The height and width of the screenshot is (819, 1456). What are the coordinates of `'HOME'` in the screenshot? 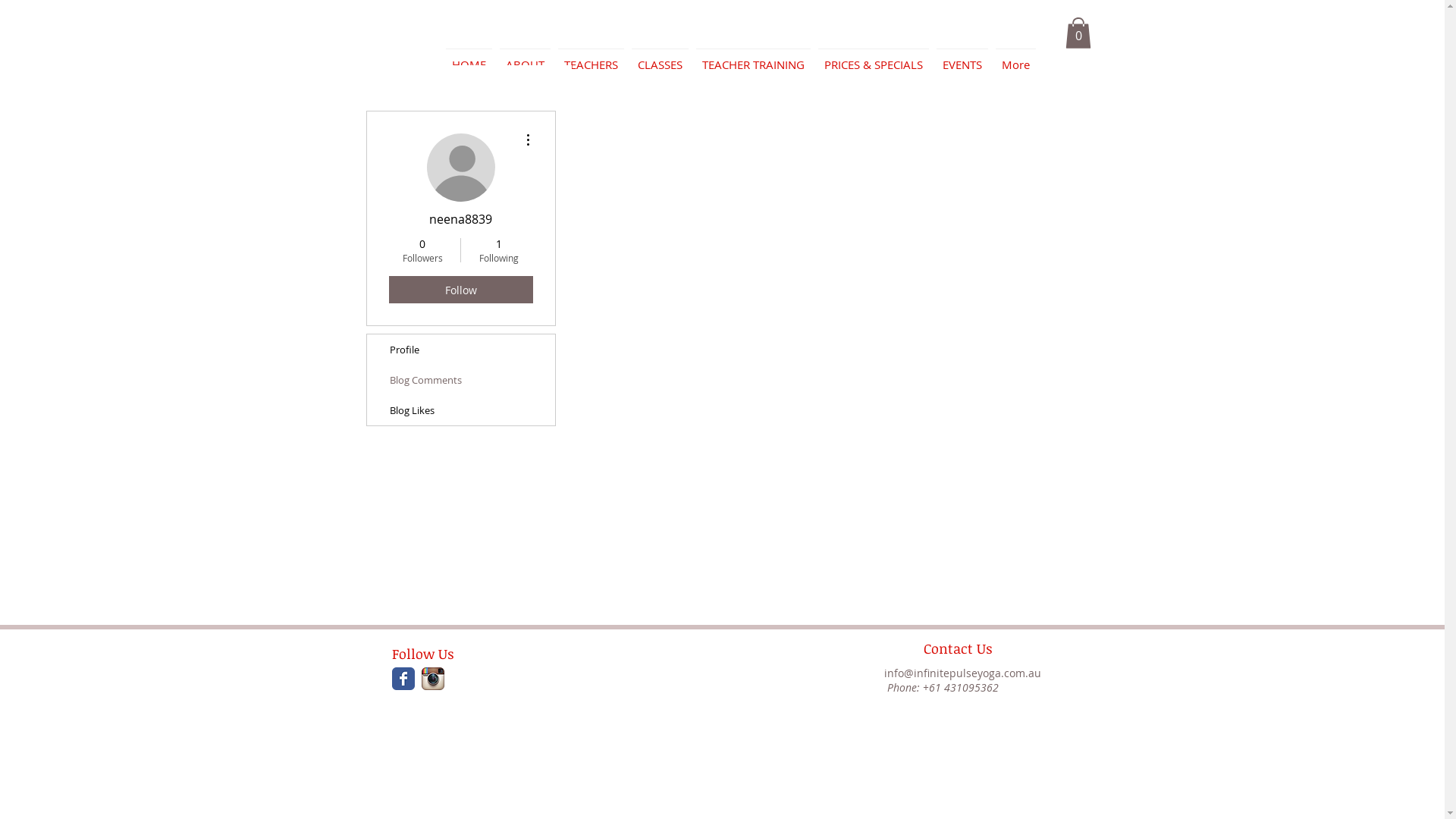 It's located at (440, 57).